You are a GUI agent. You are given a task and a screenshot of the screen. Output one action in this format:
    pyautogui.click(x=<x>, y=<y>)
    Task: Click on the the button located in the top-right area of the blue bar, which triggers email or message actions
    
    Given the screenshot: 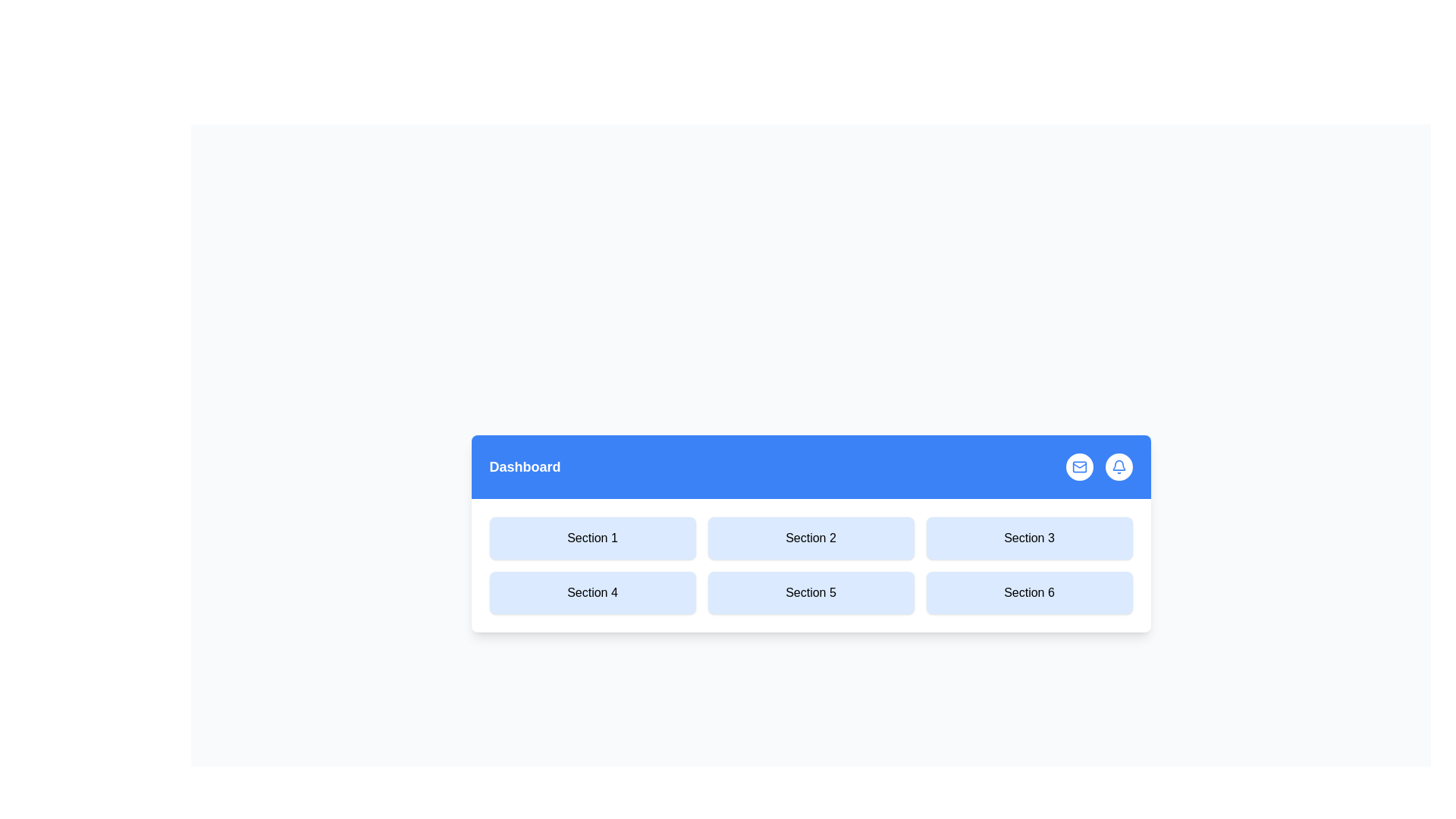 What is the action you would take?
    pyautogui.click(x=1078, y=466)
    